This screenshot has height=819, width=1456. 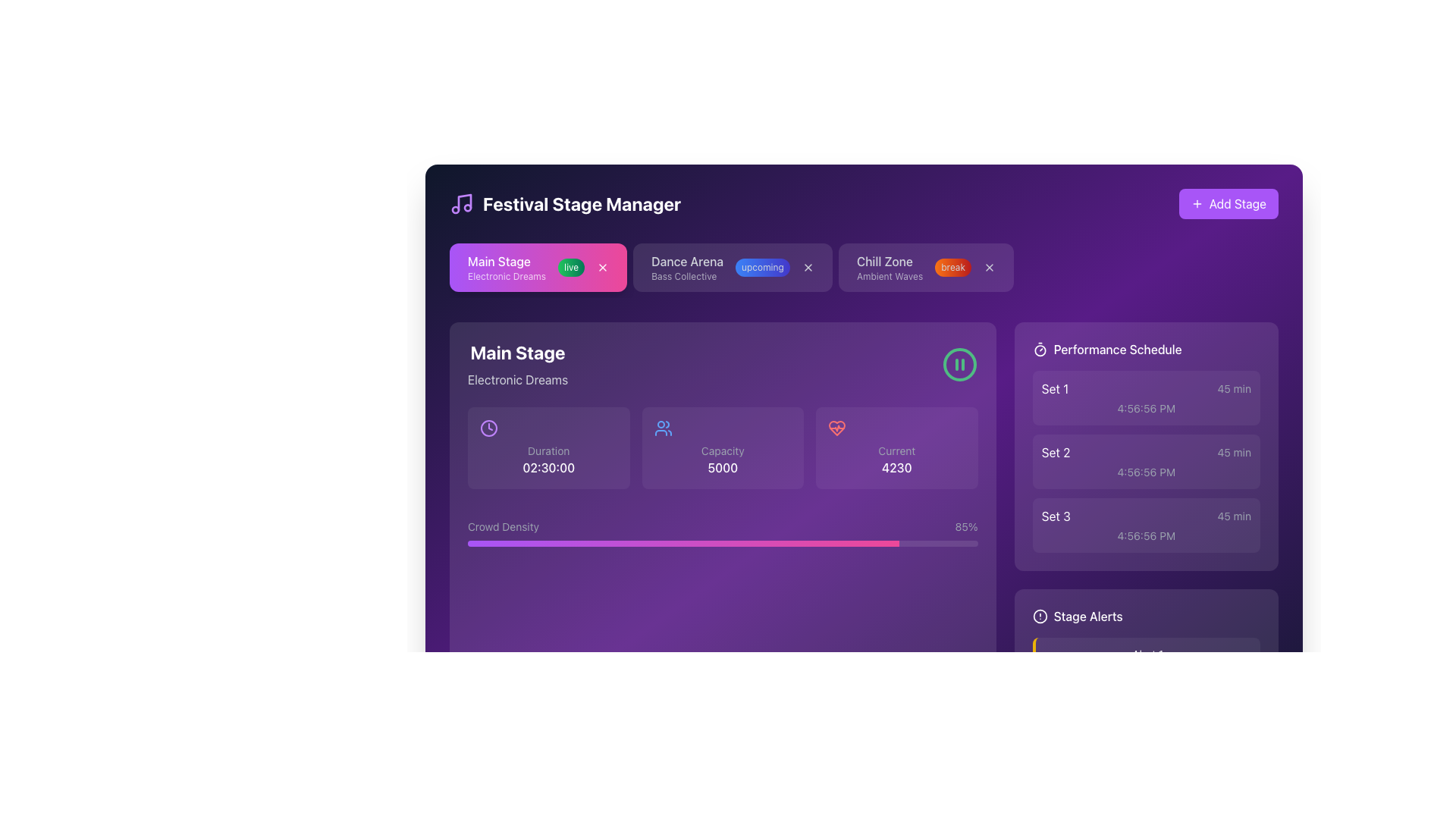 I want to click on the title or status badge of the Interactive card located in the top row, third card from the left, so click(x=925, y=267).